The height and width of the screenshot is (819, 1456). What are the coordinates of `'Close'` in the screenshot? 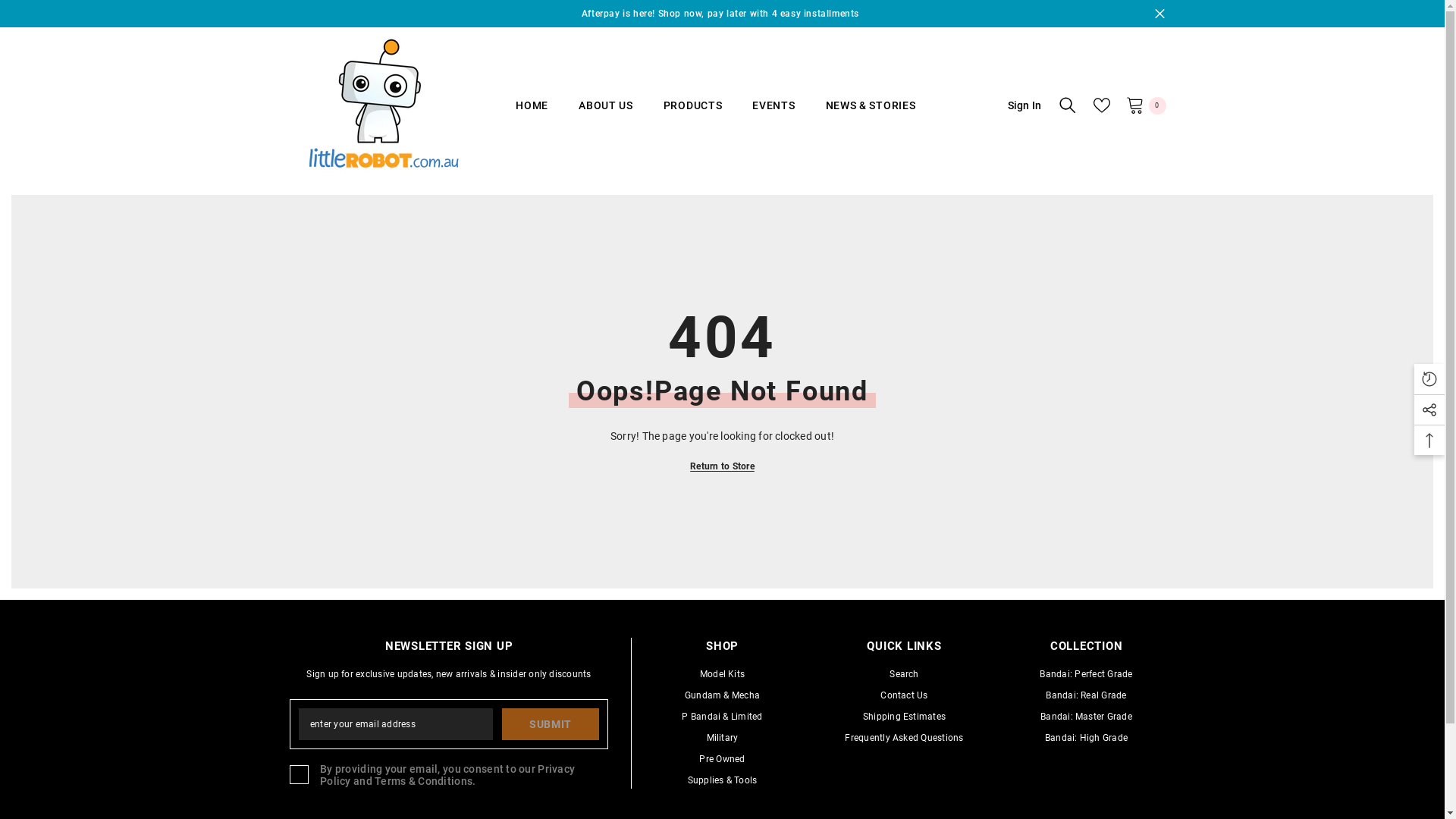 It's located at (1153, 14).